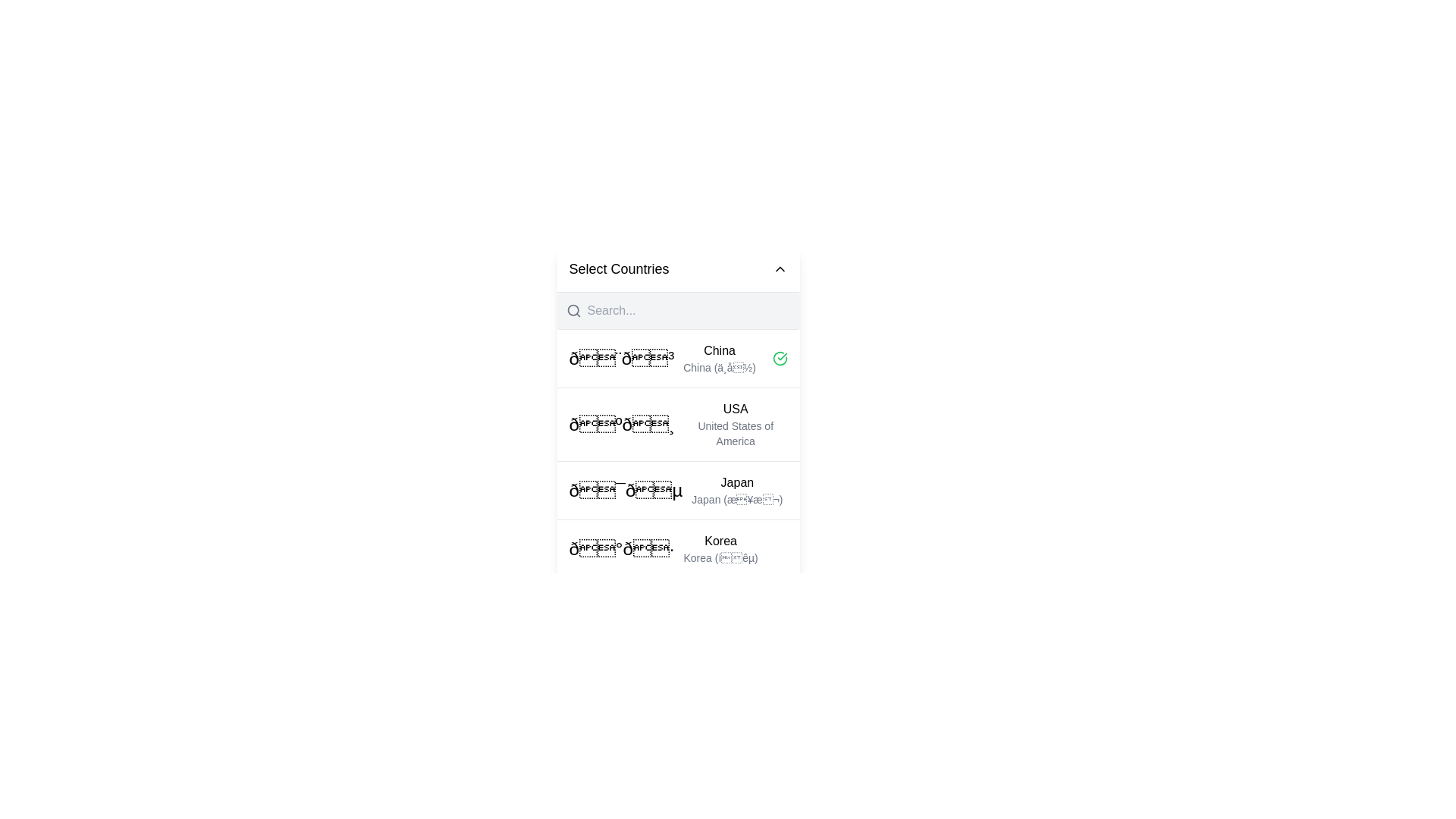 This screenshot has height=819, width=1456. Describe the element at coordinates (720, 540) in the screenshot. I see `the text label that identifies Korea in the list of country options` at that location.